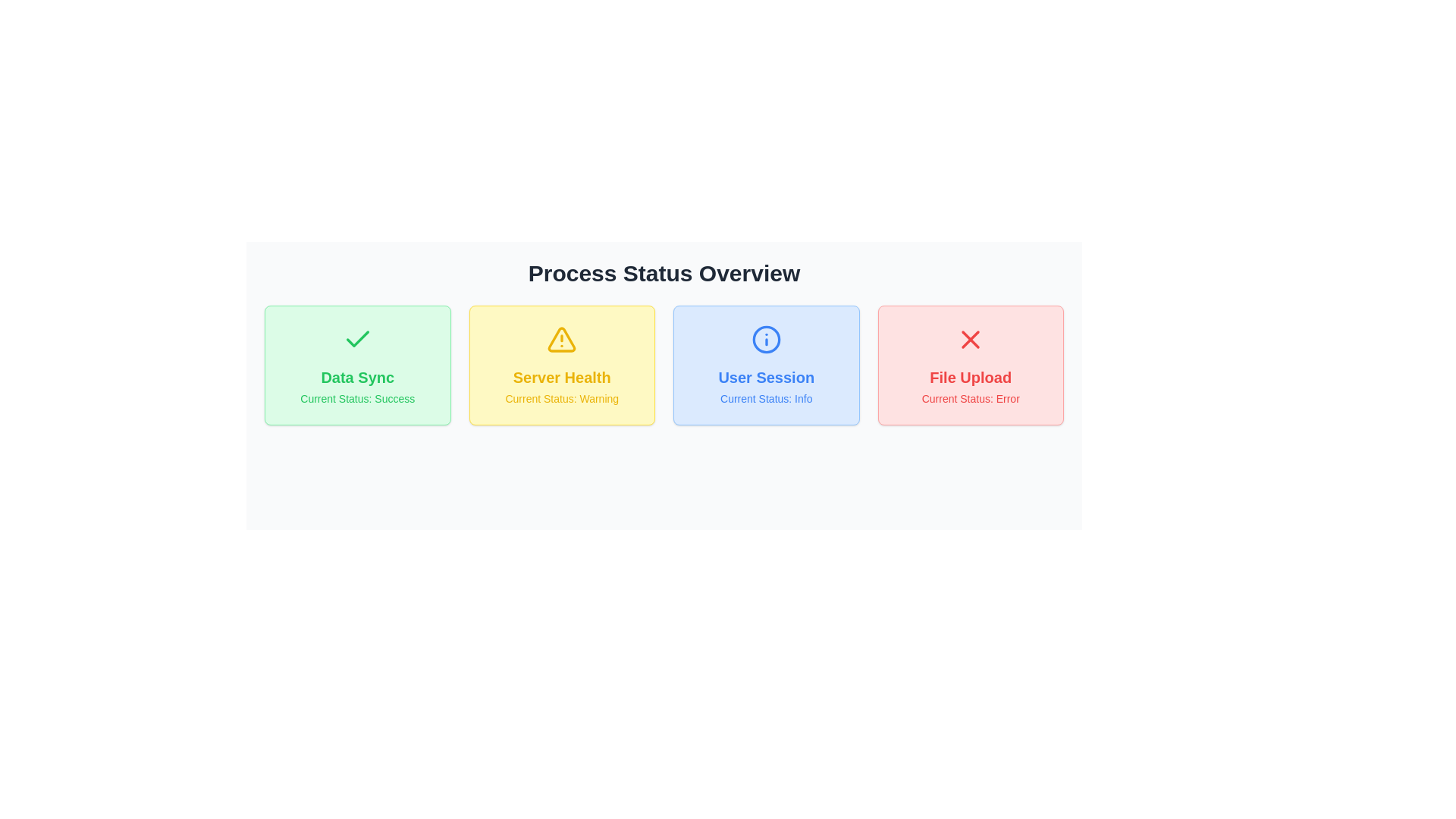  I want to click on the Text label that indicates the current status information related to the 'User Session', which is the second text line in the 'User Session' card, directly below the title 'User Session', so click(766, 397).